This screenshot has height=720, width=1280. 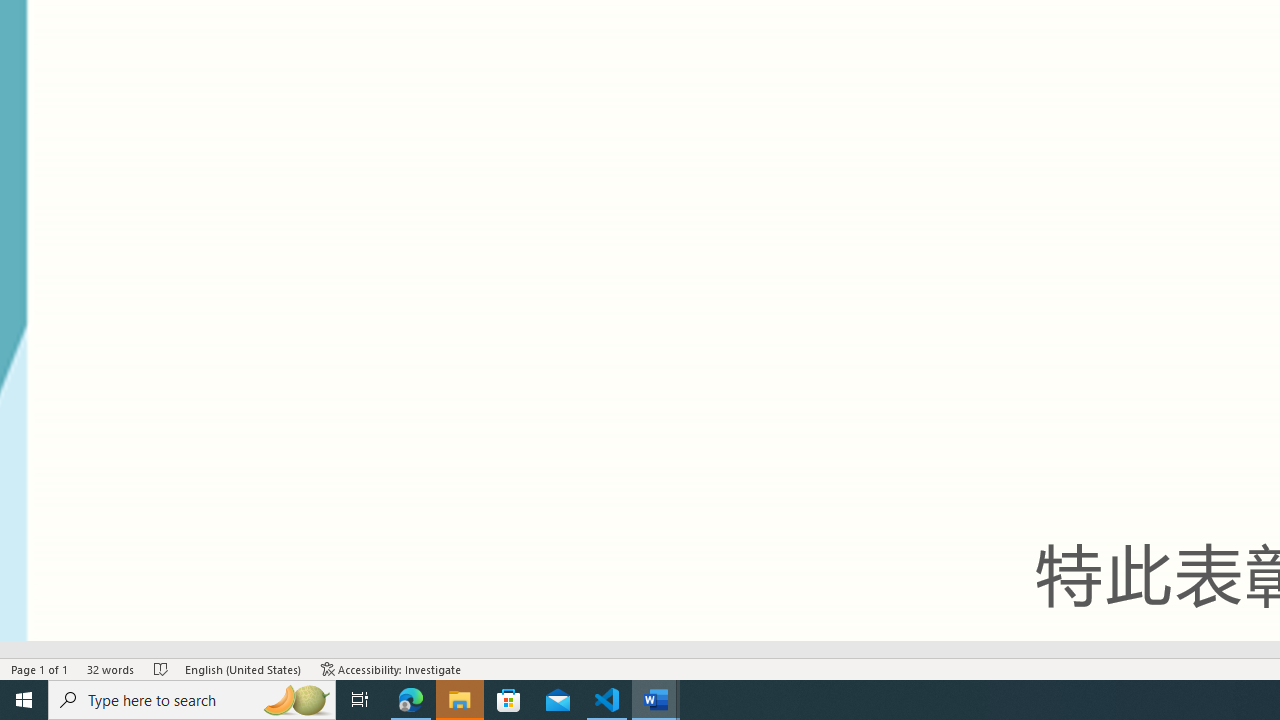 What do you see at coordinates (509, 698) in the screenshot?
I see `'Microsoft Store'` at bounding box center [509, 698].